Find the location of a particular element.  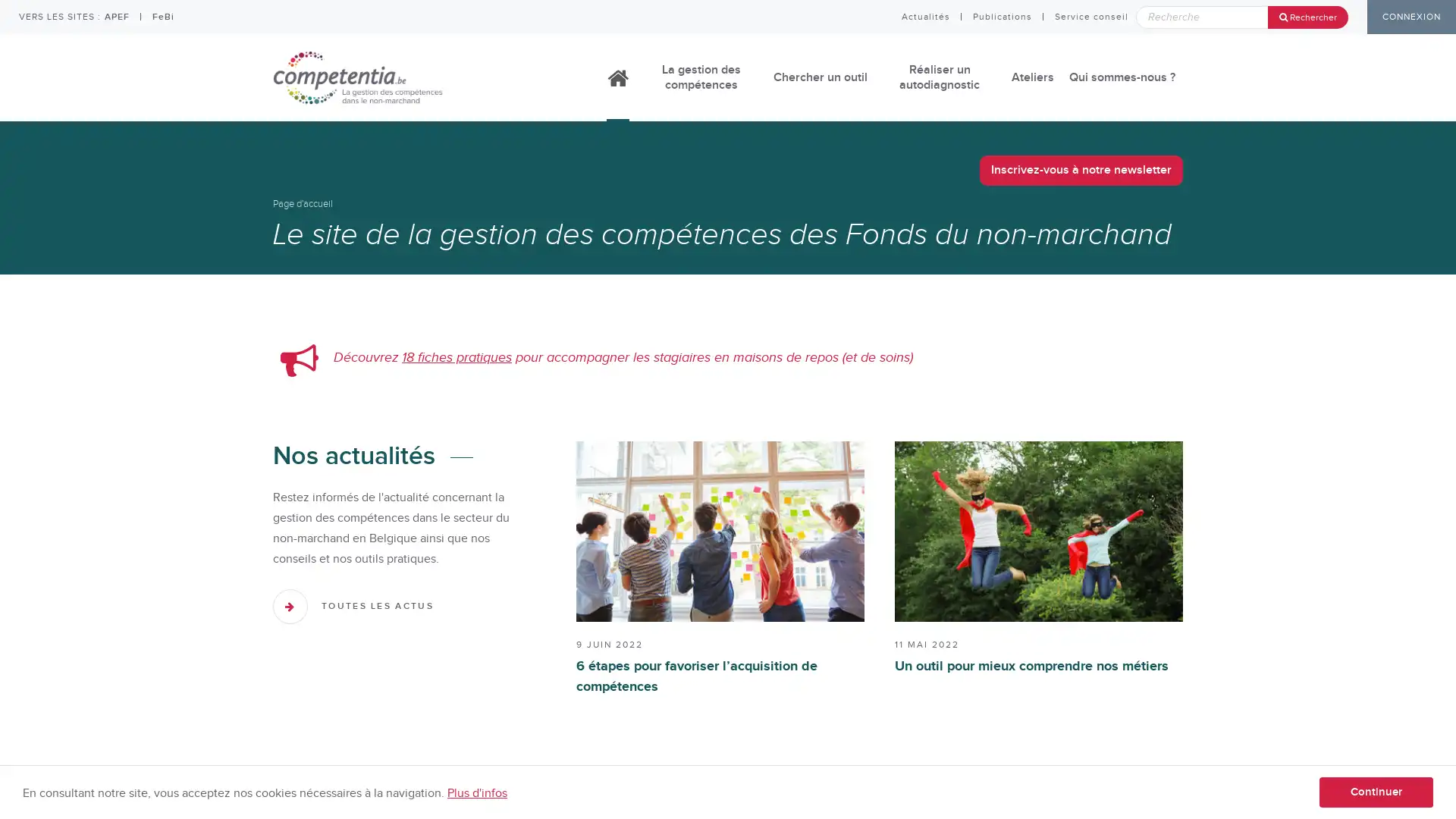

Rechercher is located at coordinates (1307, 17).